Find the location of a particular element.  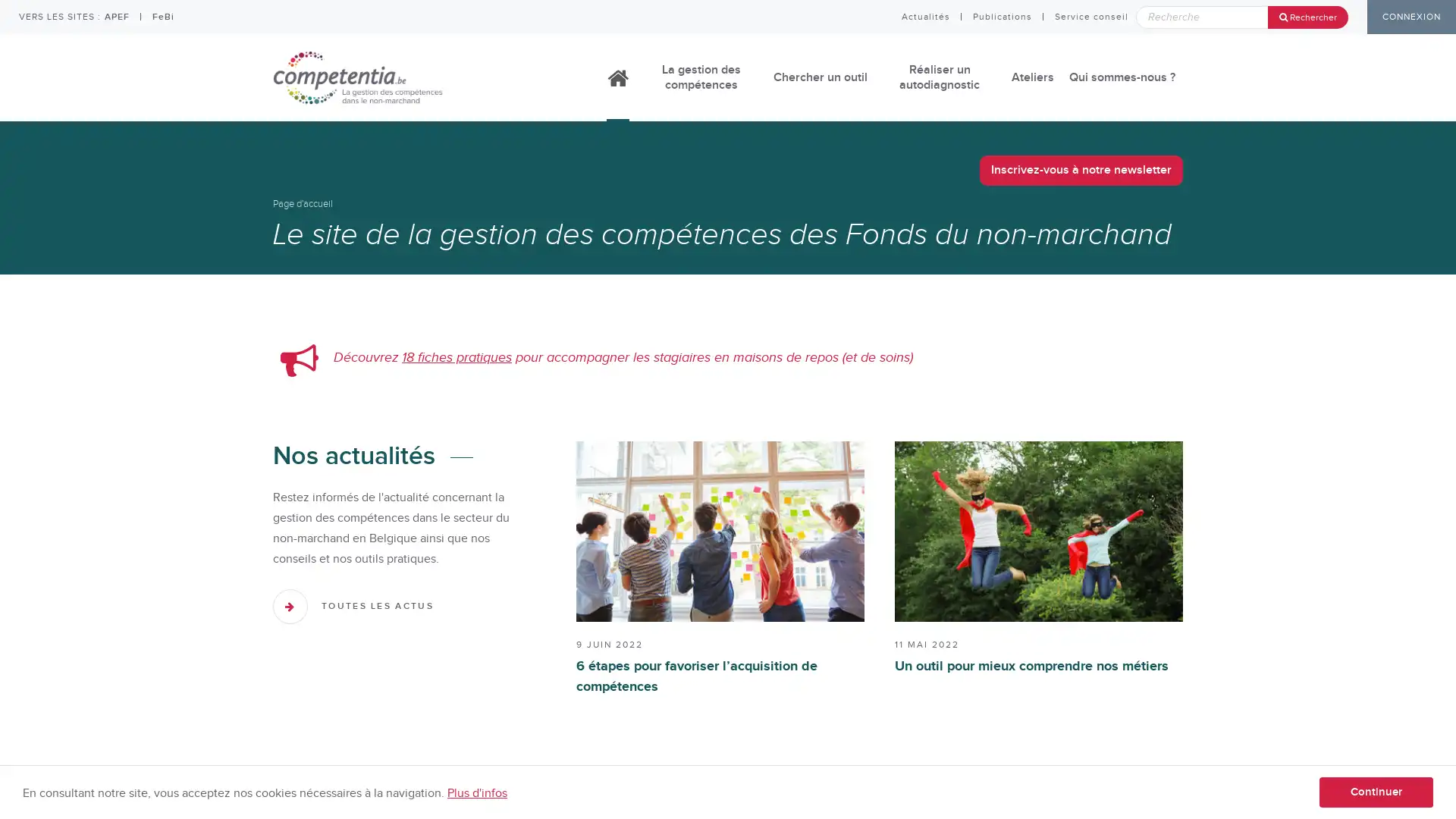

Rechercher is located at coordinates (1307, 17).